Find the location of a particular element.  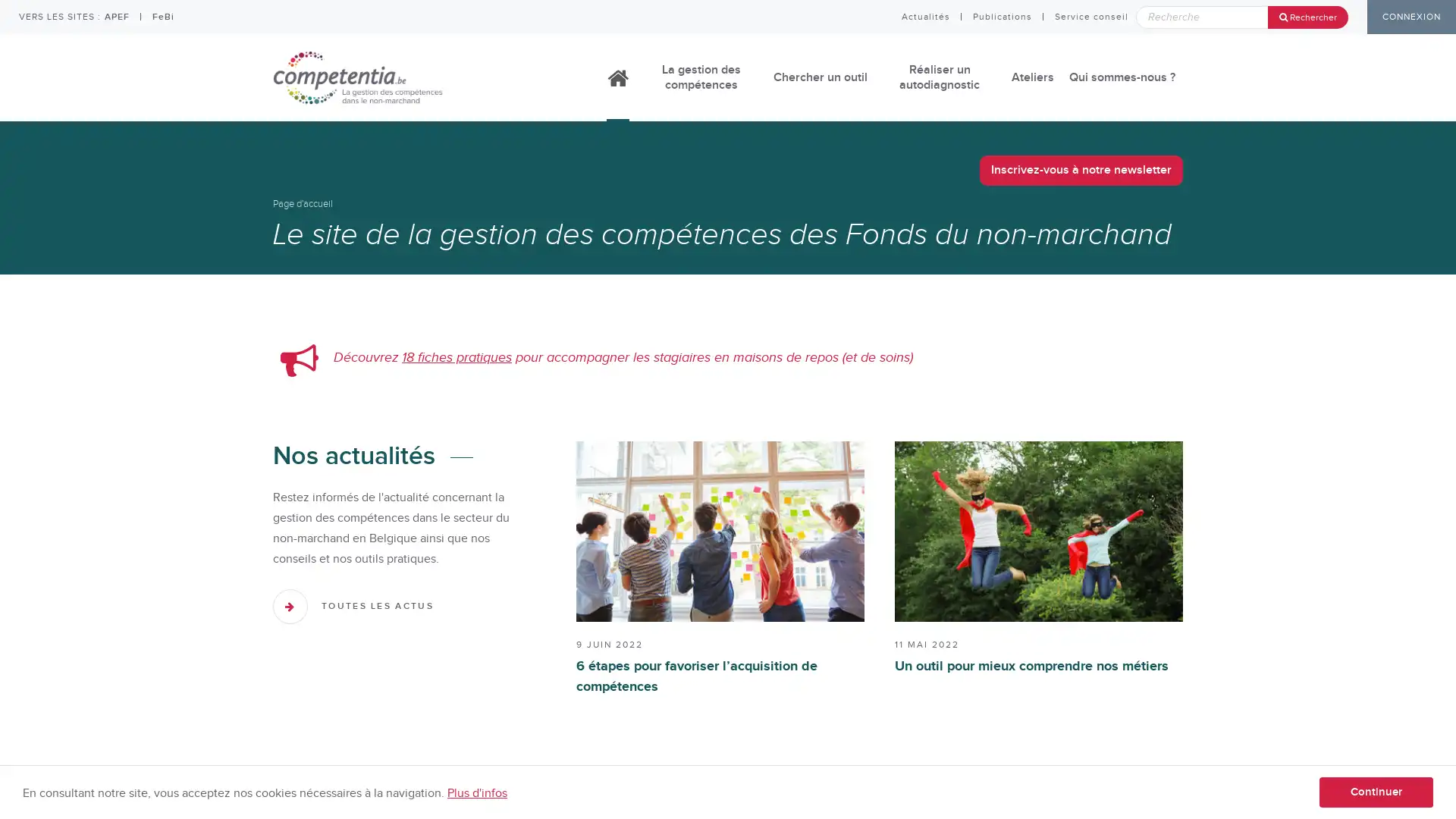

Rechercher is located at coordinates (1307, 17).